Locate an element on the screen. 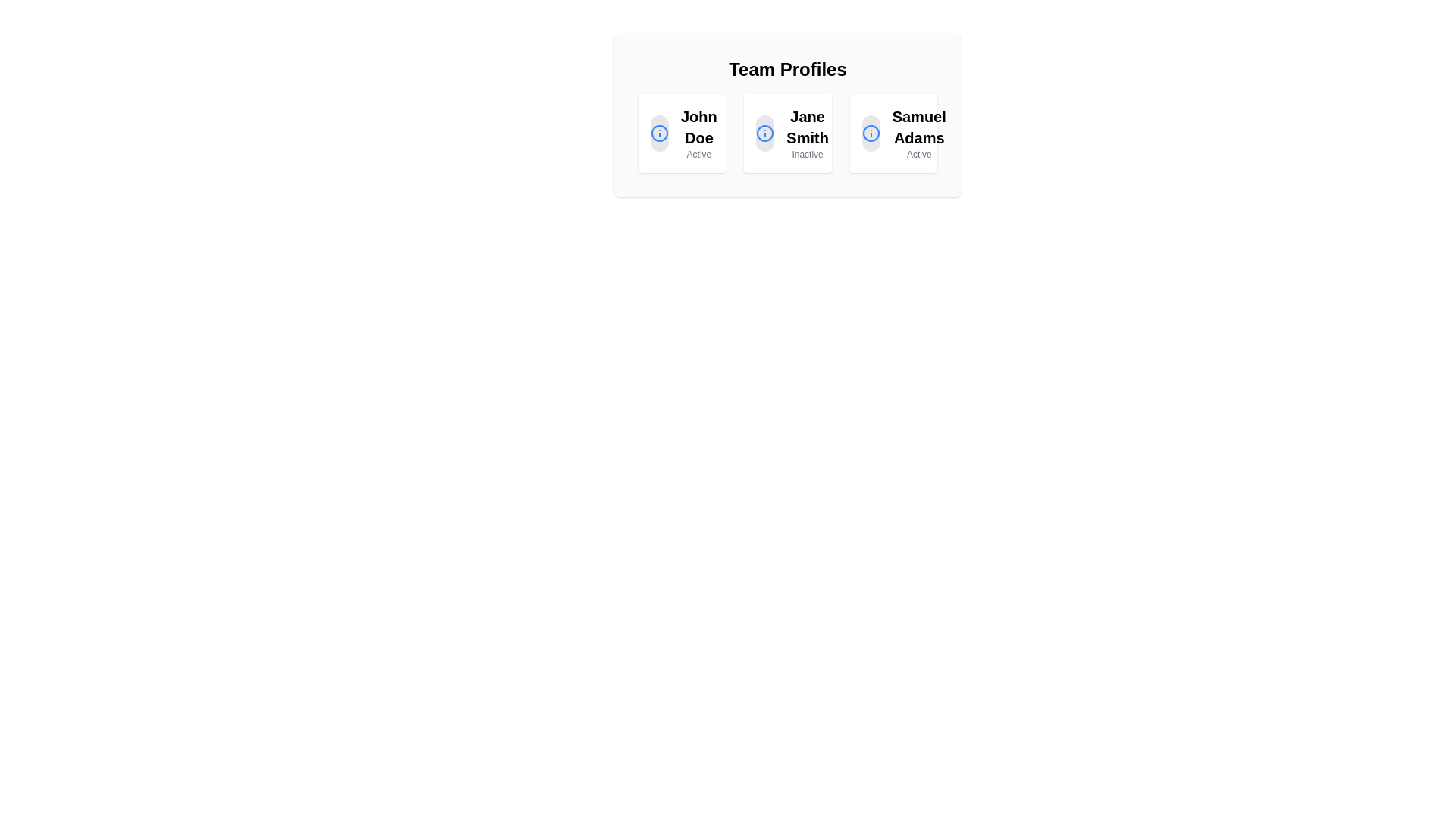 The width and height of the screenshot is (1456, 819). the circular 'info' icon with a blue-bordered ring located in the 'Team Profiles' section under the 'John Doe' box is located at coordinates (659, 133).